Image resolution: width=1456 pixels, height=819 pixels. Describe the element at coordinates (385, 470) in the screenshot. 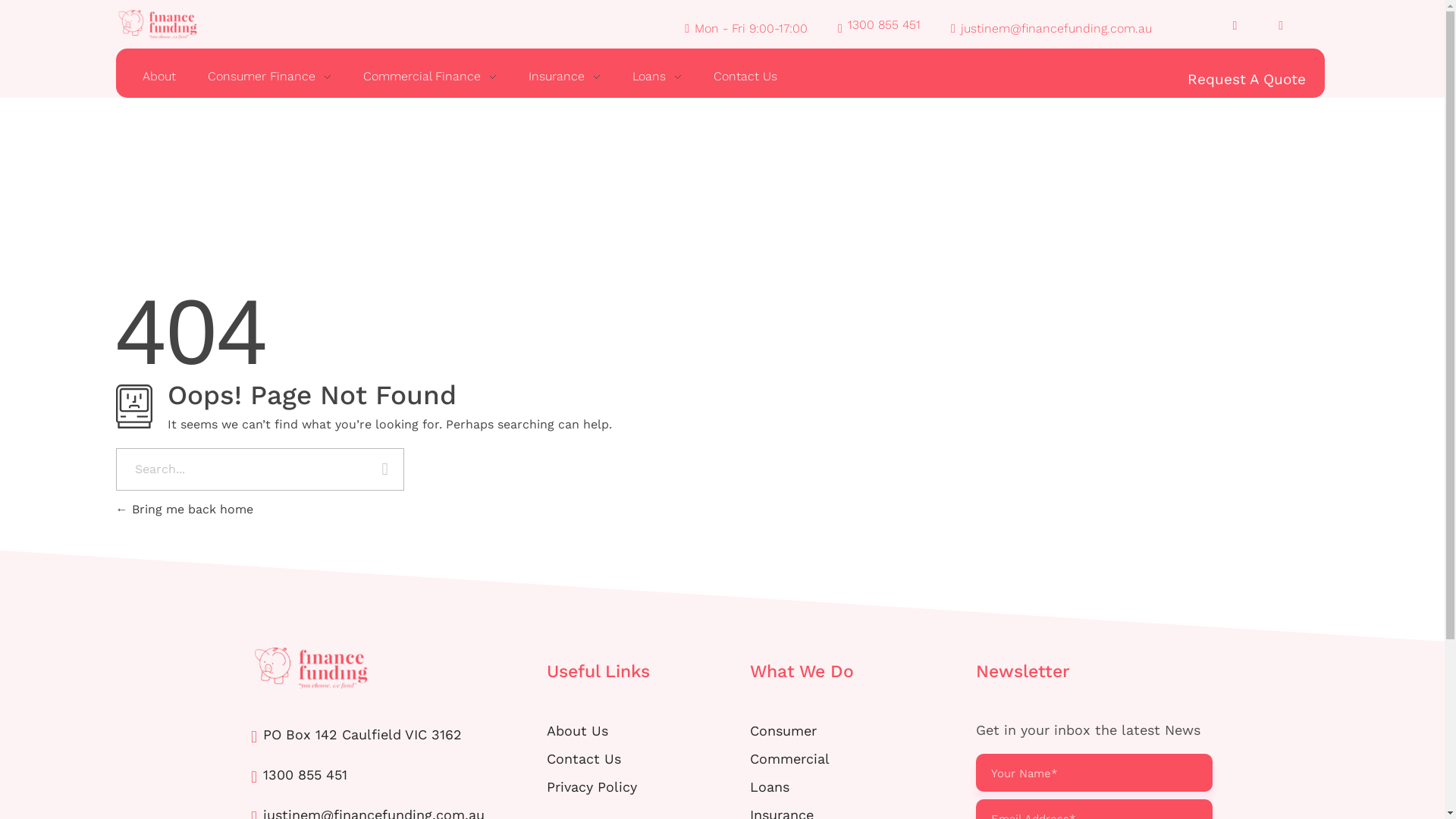

I see `'Search'` at that location.